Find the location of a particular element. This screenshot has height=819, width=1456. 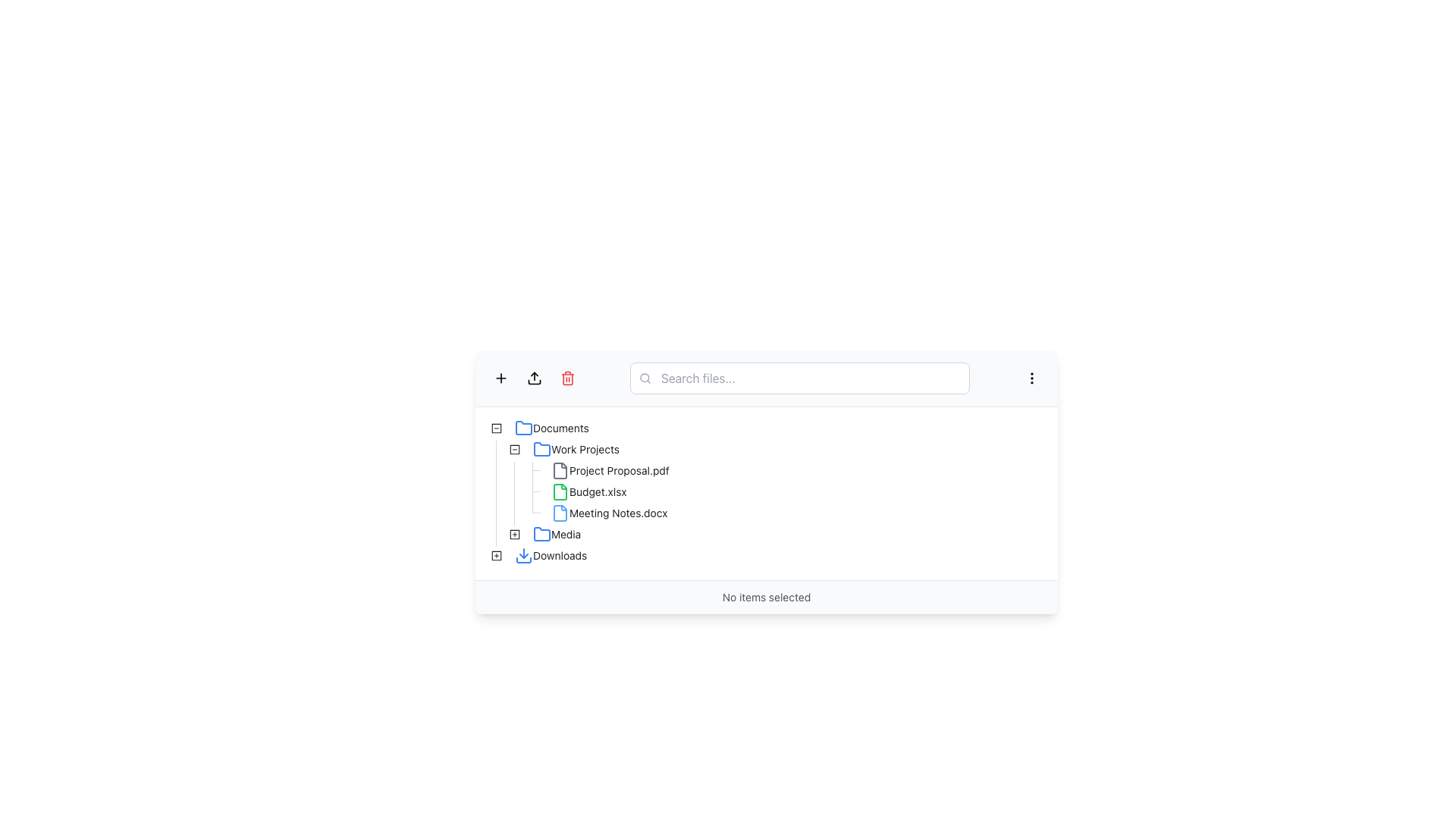

the 'Project Proposal.pdf' text label in the file tree is located at coordinates (619, 469).